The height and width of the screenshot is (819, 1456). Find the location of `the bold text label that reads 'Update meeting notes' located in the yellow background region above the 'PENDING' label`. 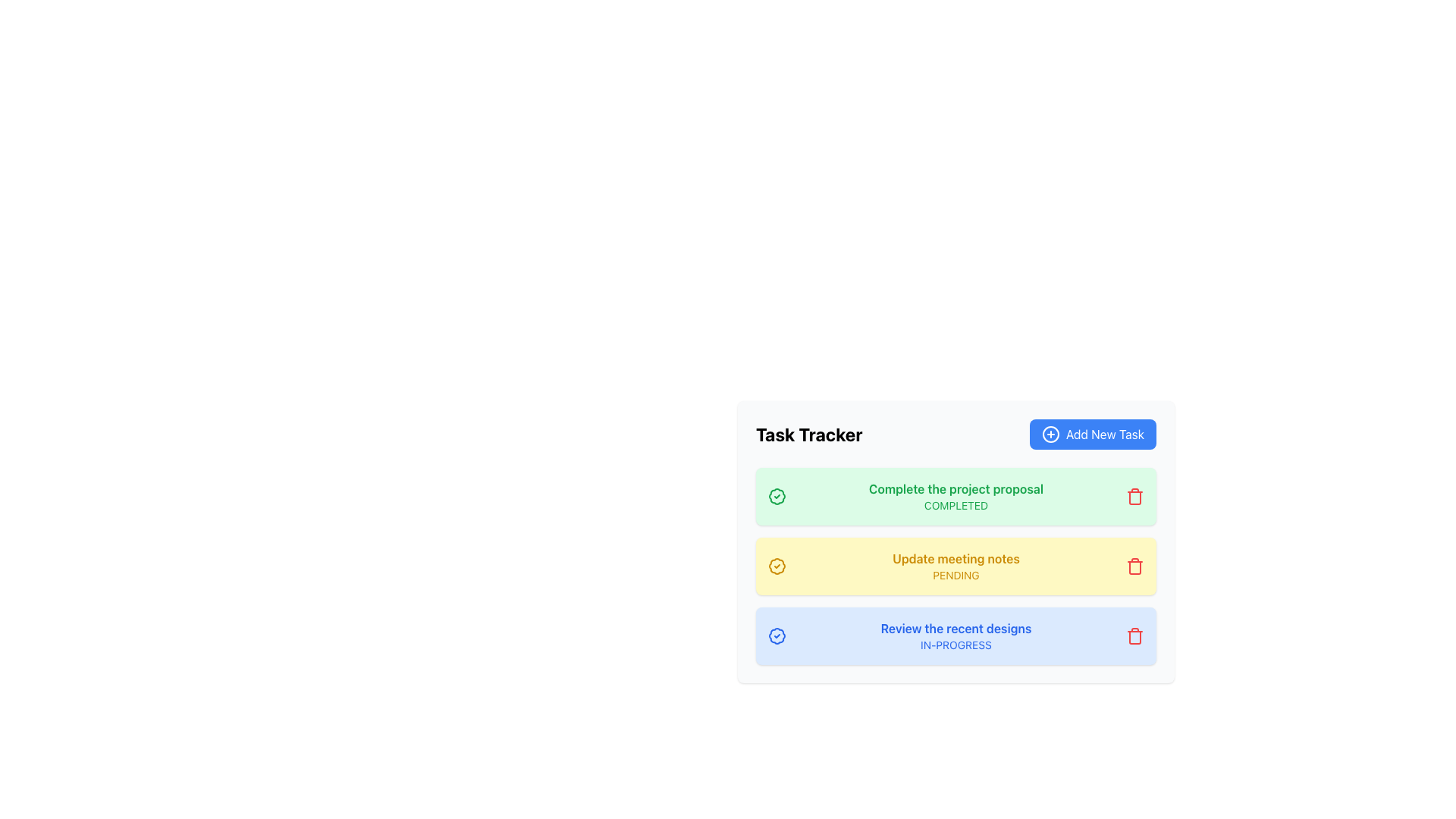

the bold text label that reads 'Update meeting notes' located in the yellow background region above the 'PENDING' label is located at coordinates (955, 558).